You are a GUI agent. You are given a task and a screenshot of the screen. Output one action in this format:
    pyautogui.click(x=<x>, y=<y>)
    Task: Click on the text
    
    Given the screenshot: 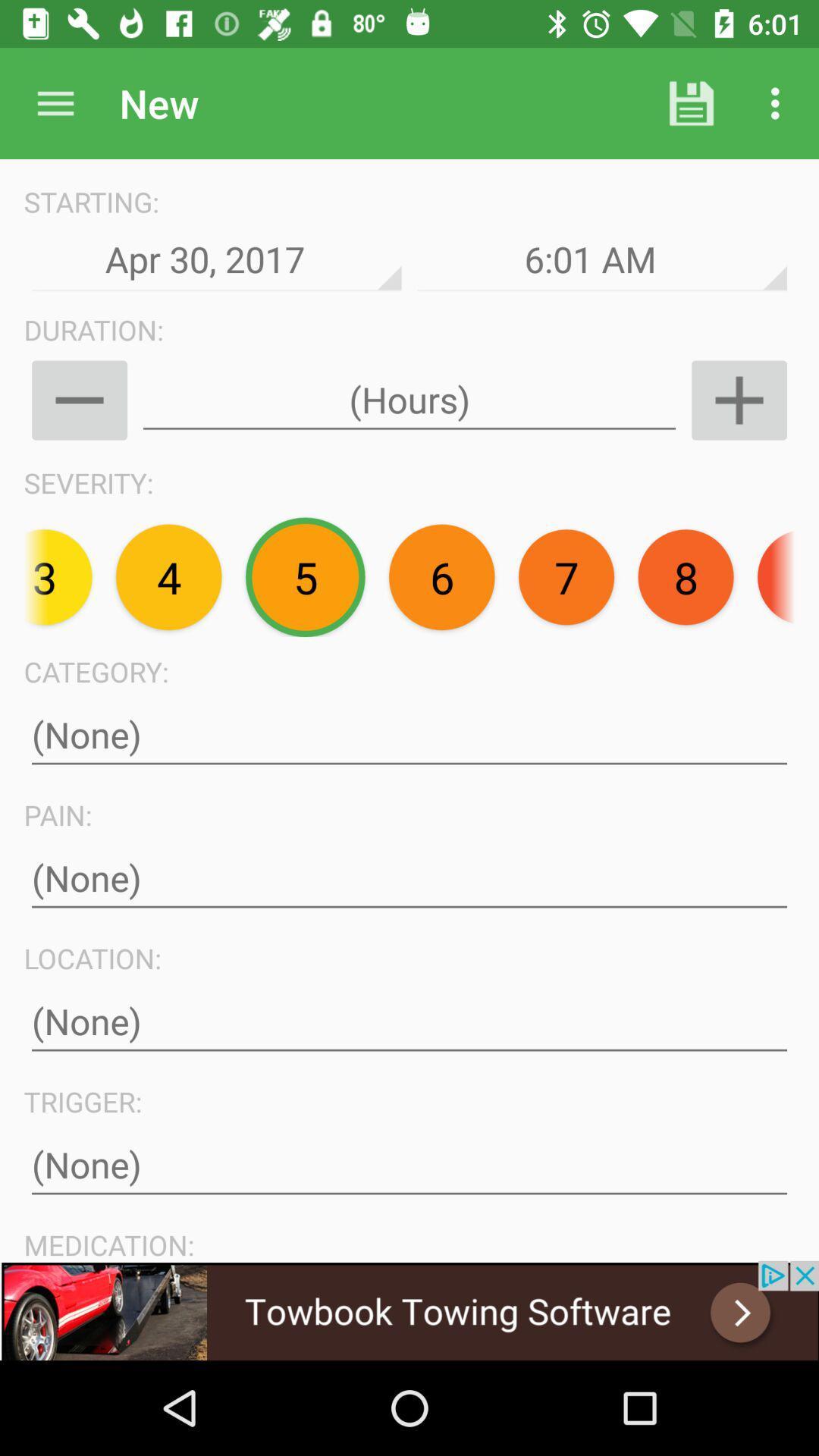 What is the action you would take?
    pyautogui.click(x=409, y=735)
    